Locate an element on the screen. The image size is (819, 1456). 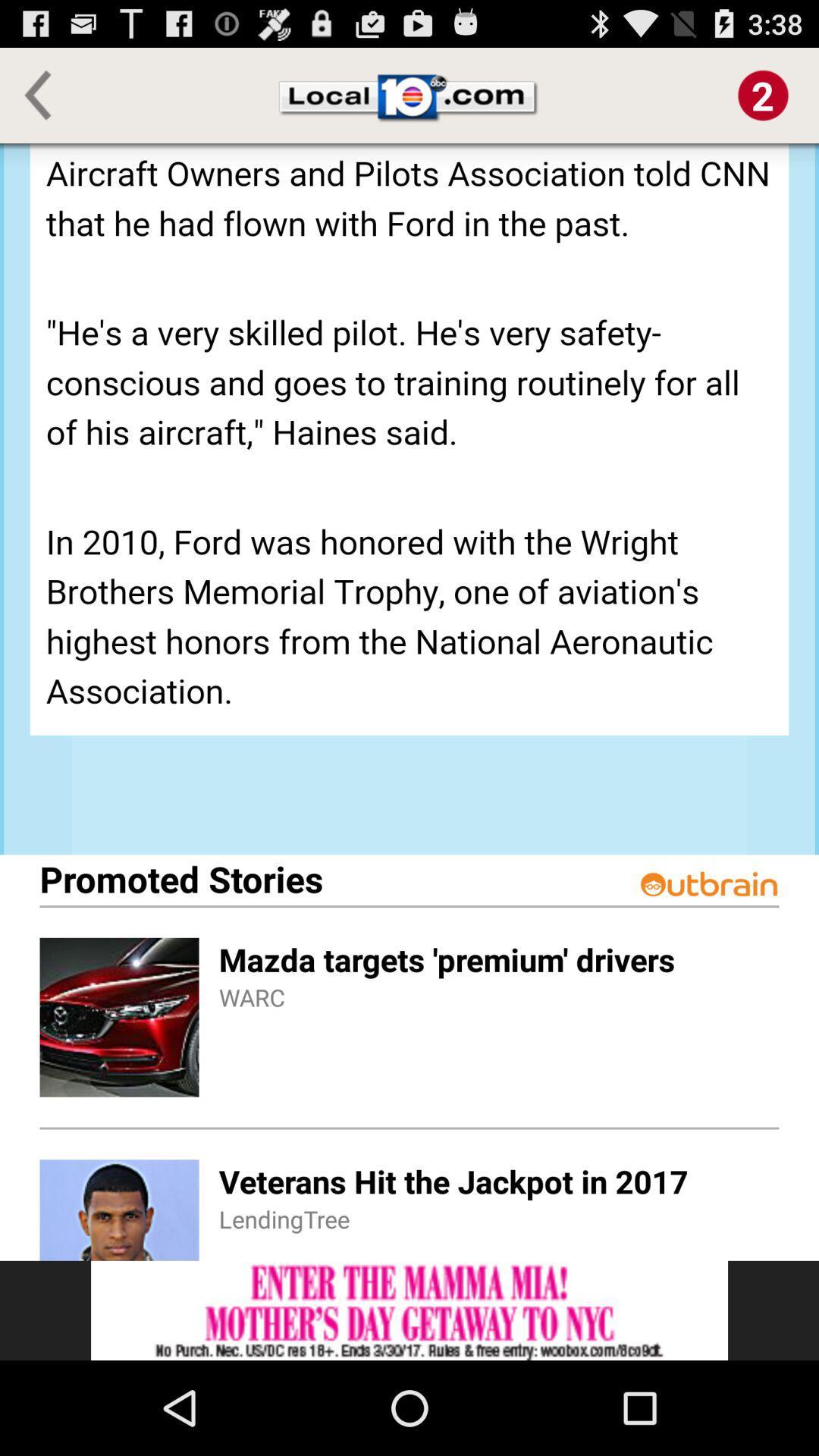
number two is located at coordinates (763, 94).